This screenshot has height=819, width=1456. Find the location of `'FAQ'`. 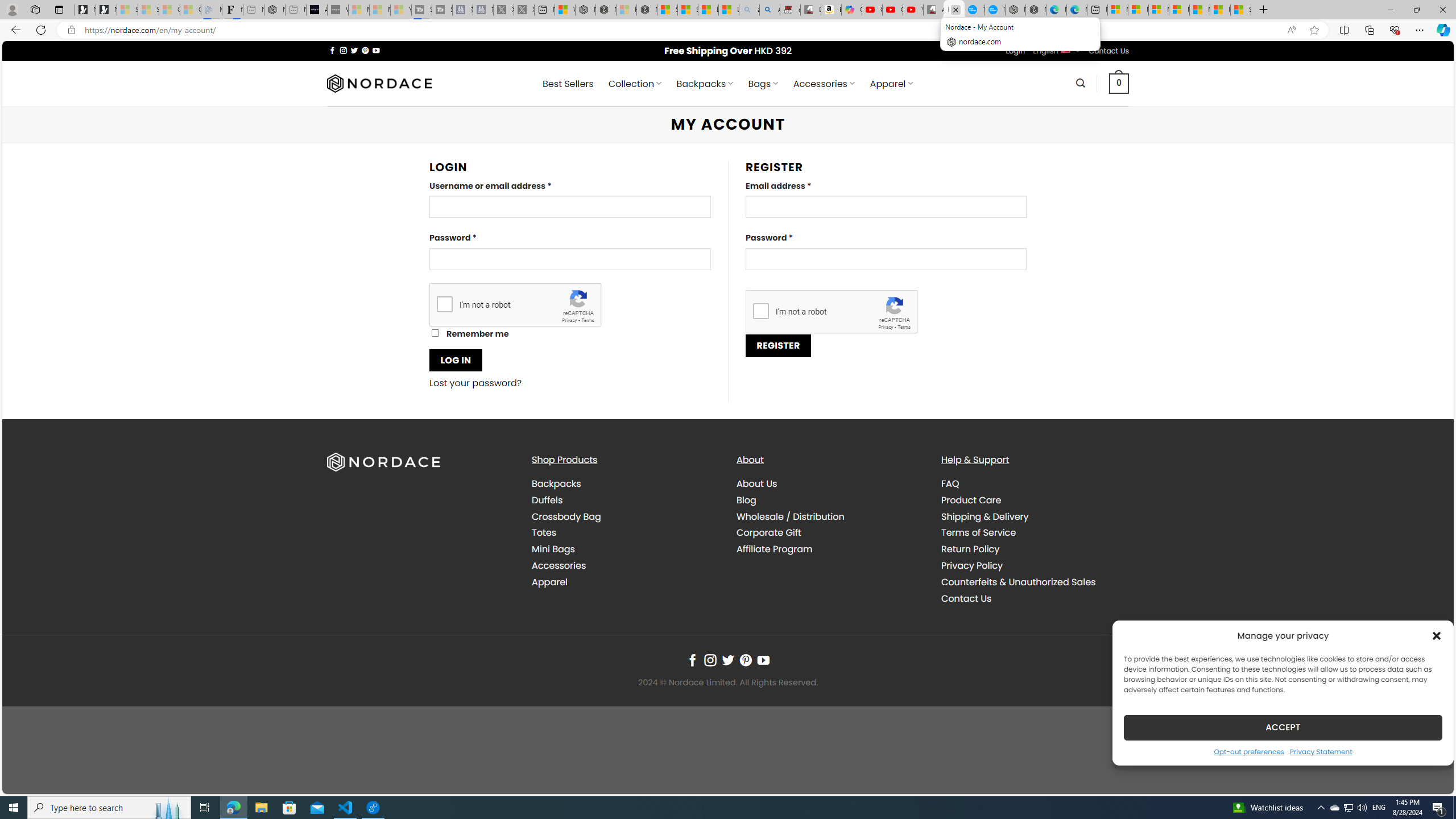

'FAQ' is located at coordinates (950, 483).